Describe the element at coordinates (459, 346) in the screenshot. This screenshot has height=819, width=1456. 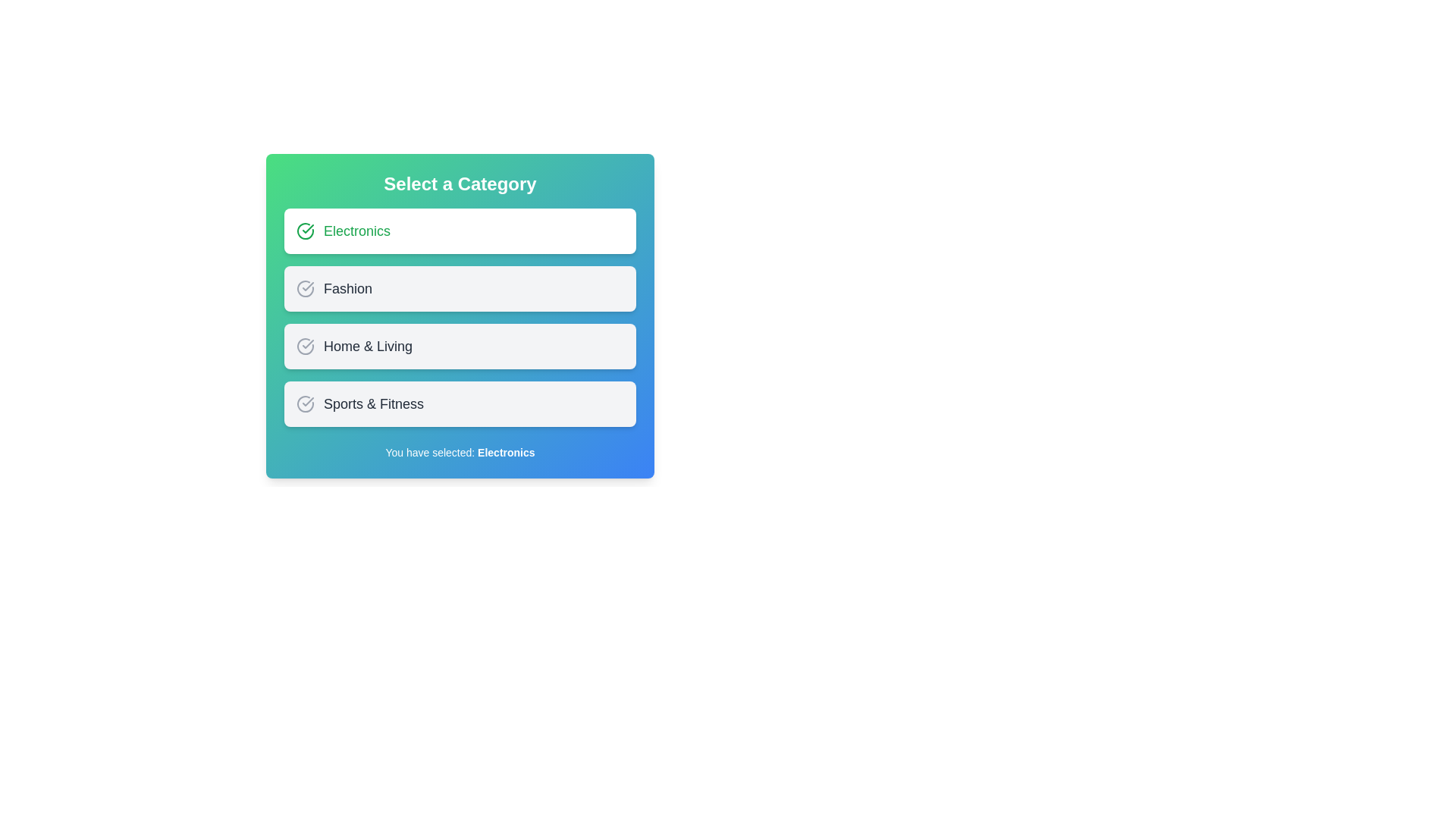
I see `the 'Home & Living' category selection button, which is the third item in the vertical list, located between 'Fashion' and 'Sports & Fitness'` at that location.